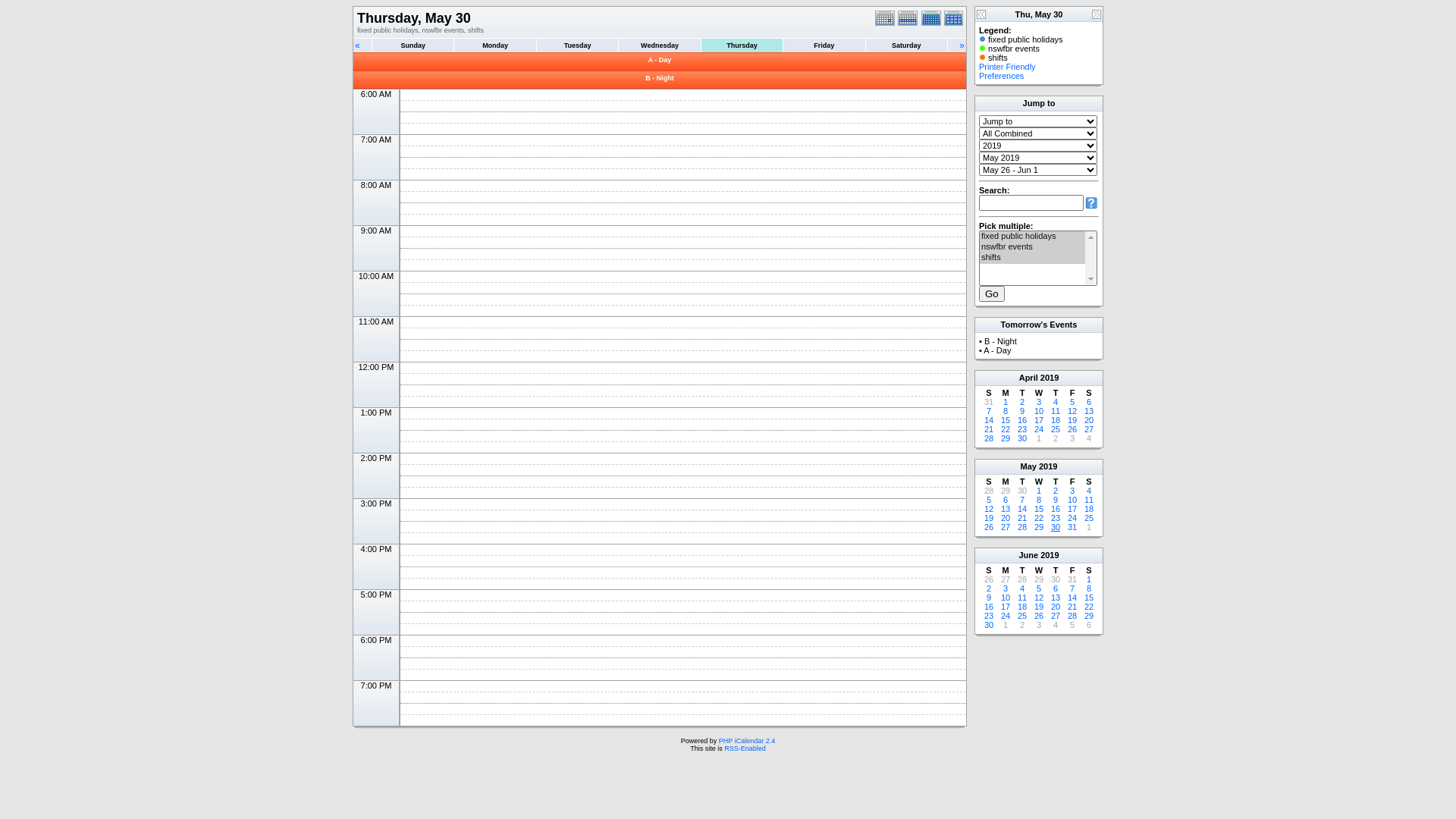 Image resolution: width=1456 pixels, height=819 pixels. Describe the element at coordinates (1018, 509) in the screenshot. I see `'14'` at that location.